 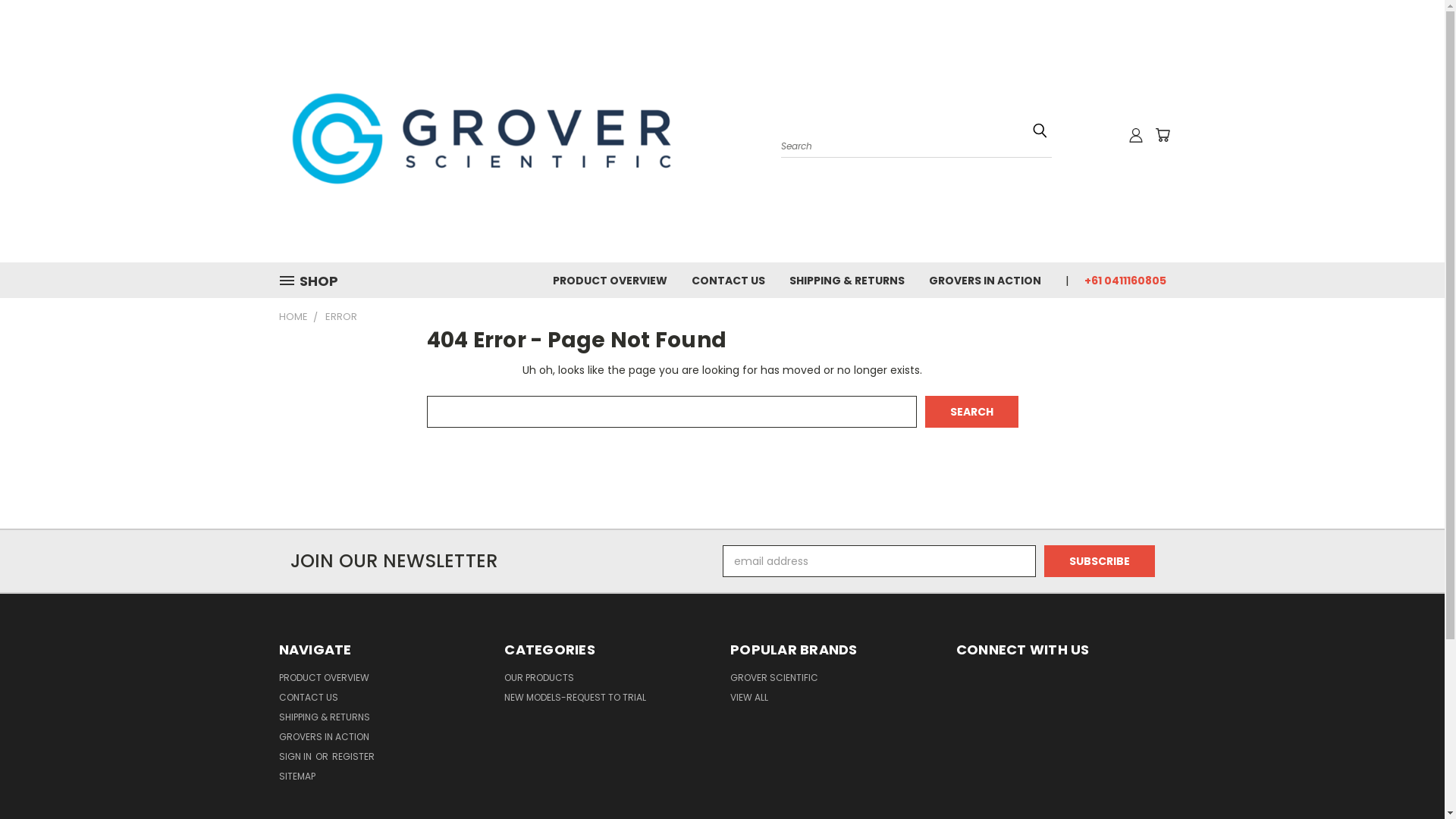 What do you see at coordinates (538, 679) in the screenshot?
I see `'OUR PRODUCTS'` at bounding box center [538, 679].